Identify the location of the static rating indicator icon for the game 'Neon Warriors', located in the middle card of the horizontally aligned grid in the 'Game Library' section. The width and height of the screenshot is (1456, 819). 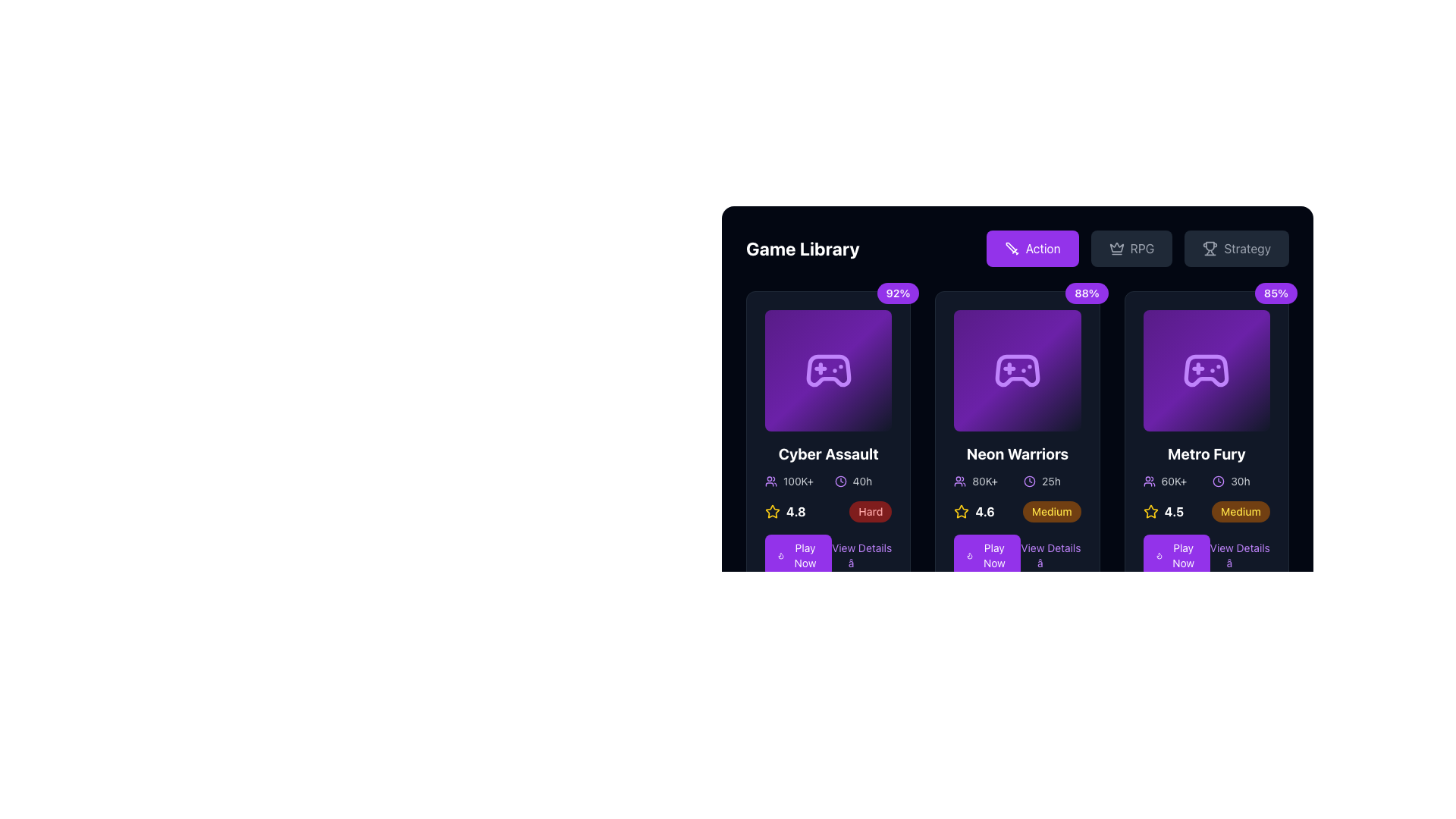
(961, 512).